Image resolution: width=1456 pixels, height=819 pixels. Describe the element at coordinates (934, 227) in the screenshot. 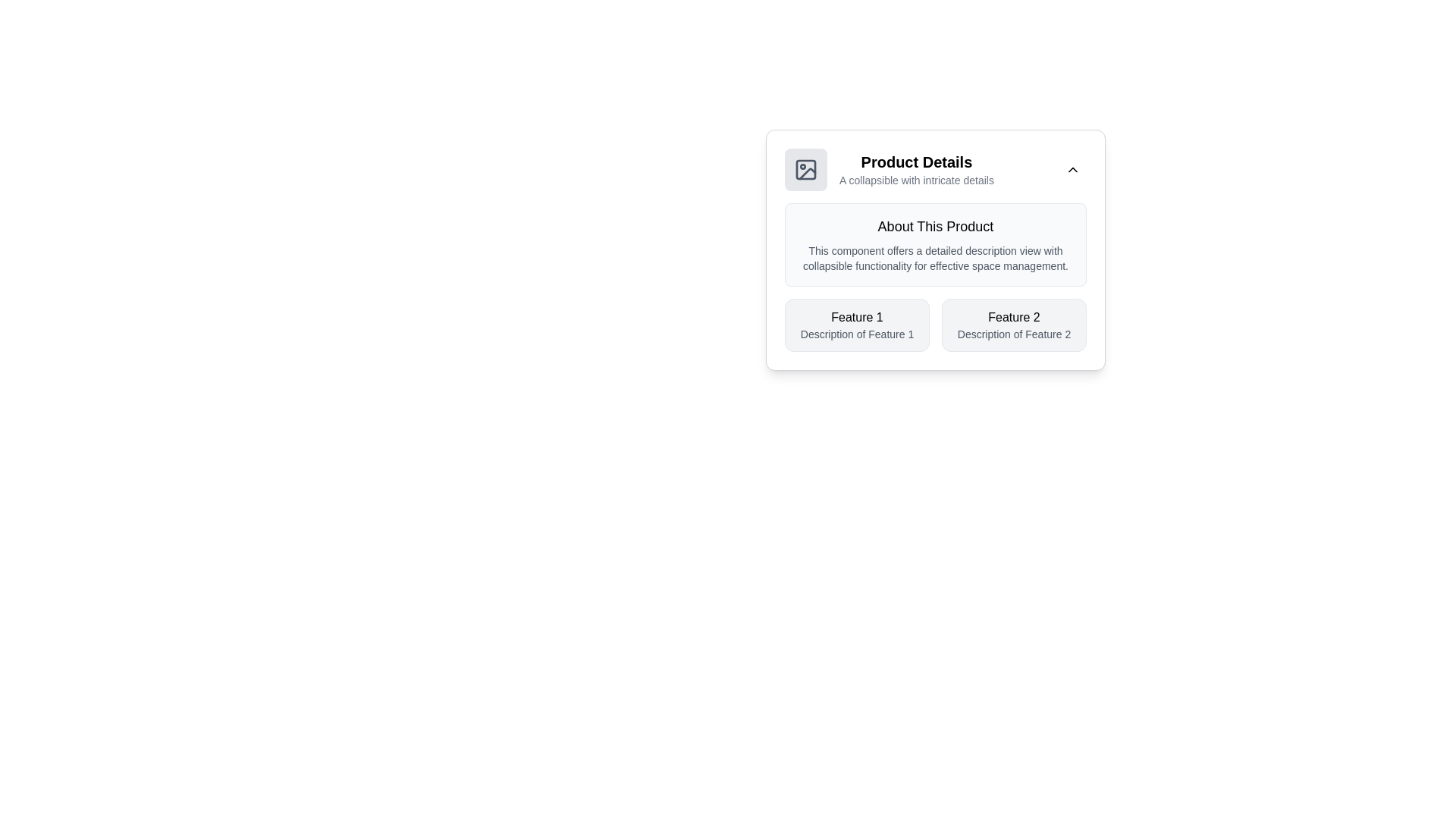

I see `the text label displaying 'About This Product' which is located in the central card component titled 'Product Details'` at that location.